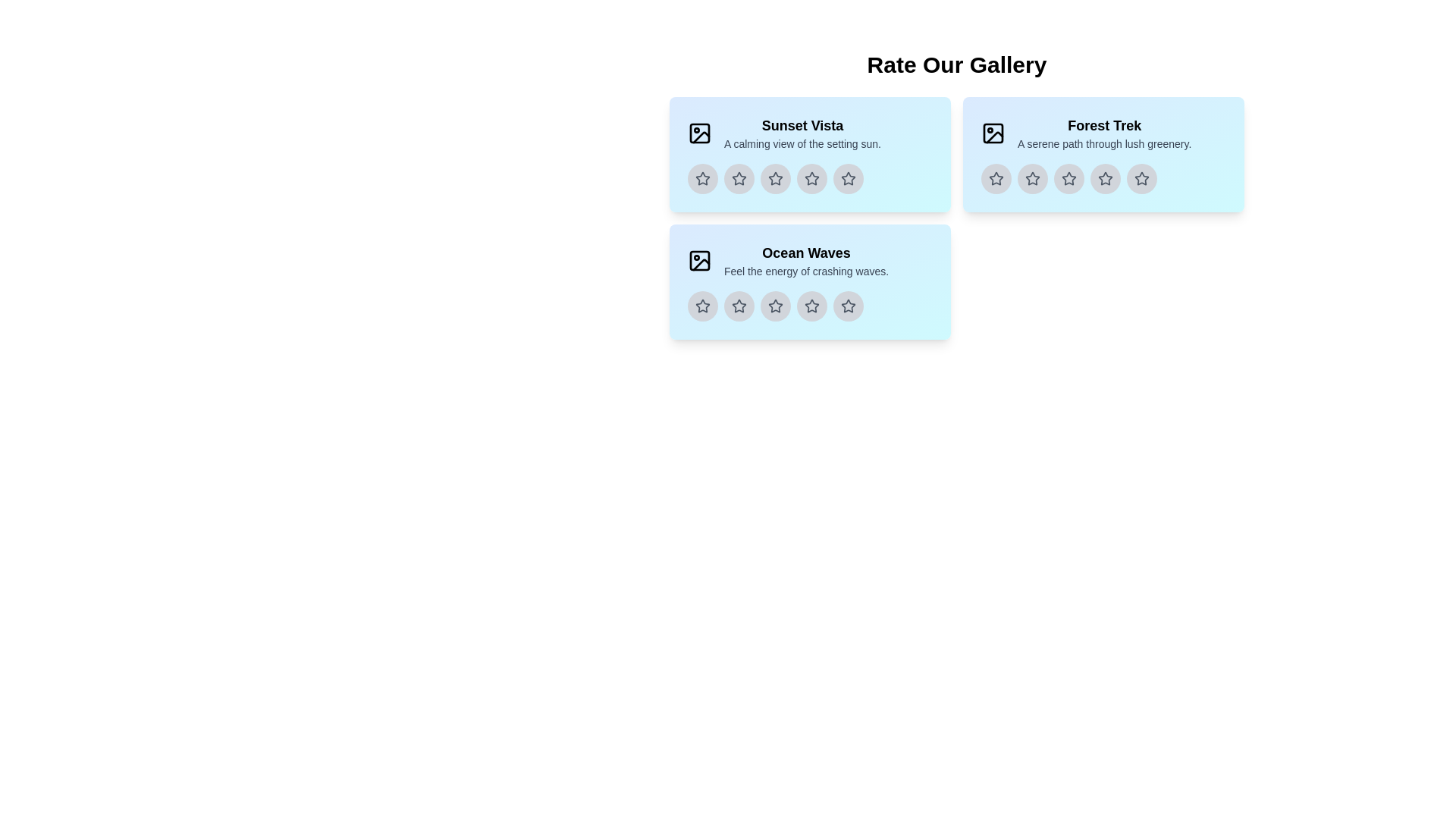 This screenshot has width=1456, height=819. I want to click on keyboard navigation, so click(775, 177).